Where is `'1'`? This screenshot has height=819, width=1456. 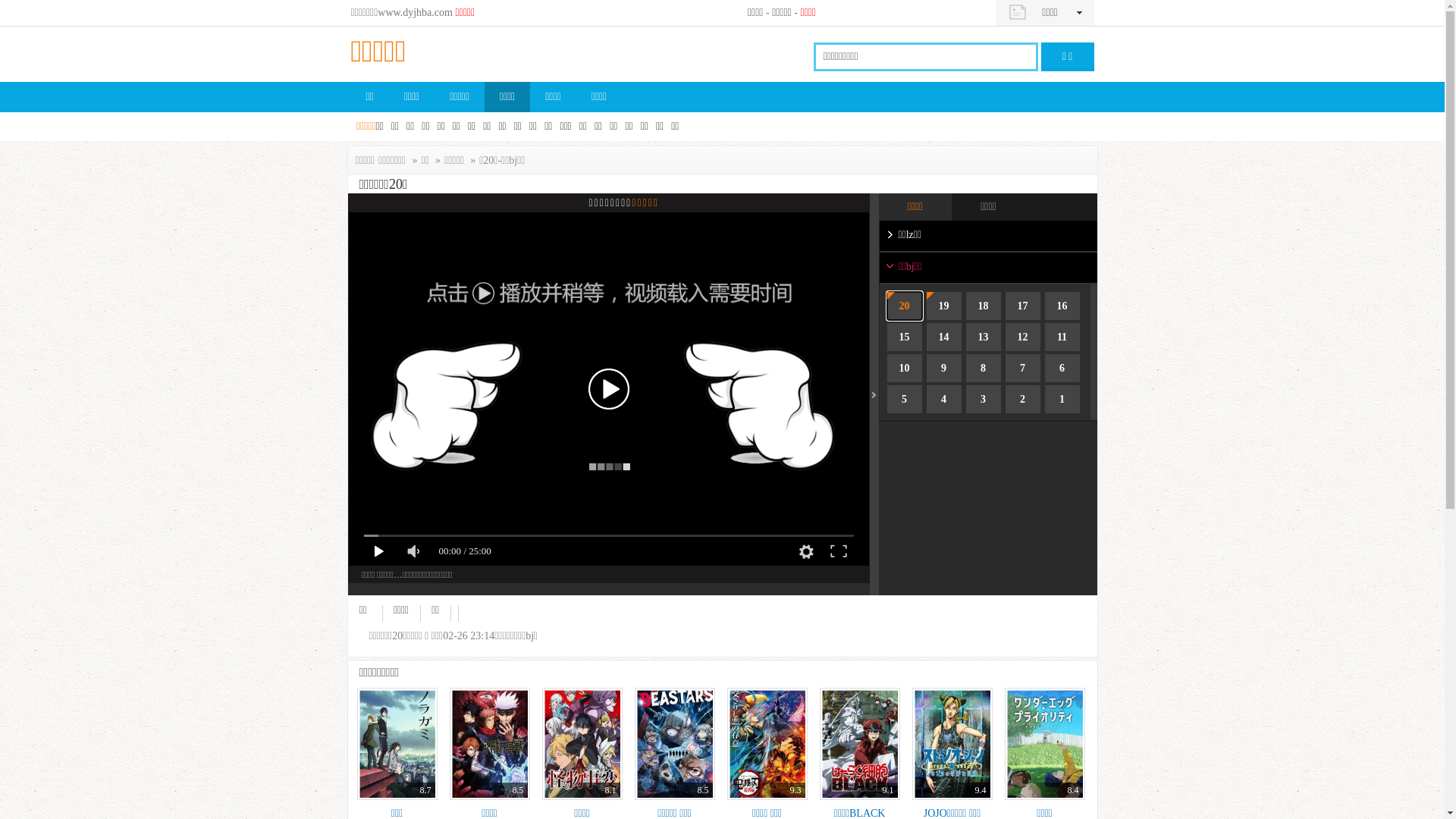
'1' is located at coordinates (1062, 398).